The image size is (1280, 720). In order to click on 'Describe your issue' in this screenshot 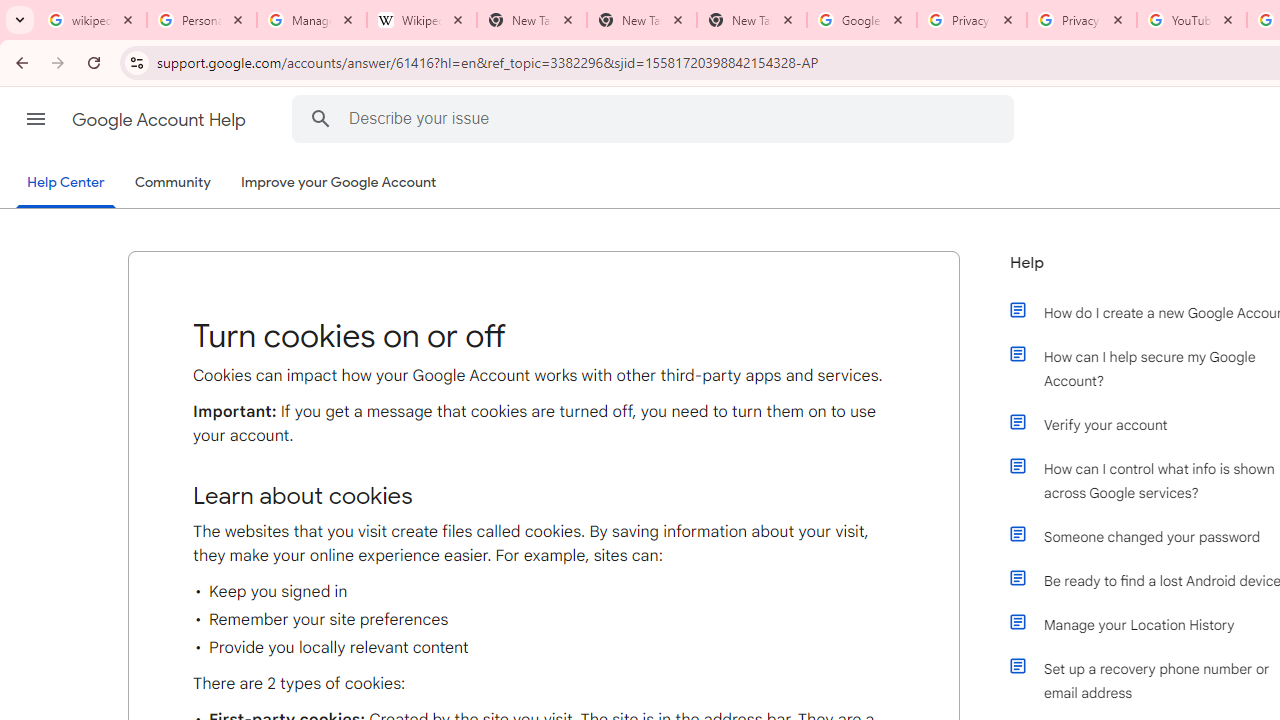, I will do `click(656, 118)`.